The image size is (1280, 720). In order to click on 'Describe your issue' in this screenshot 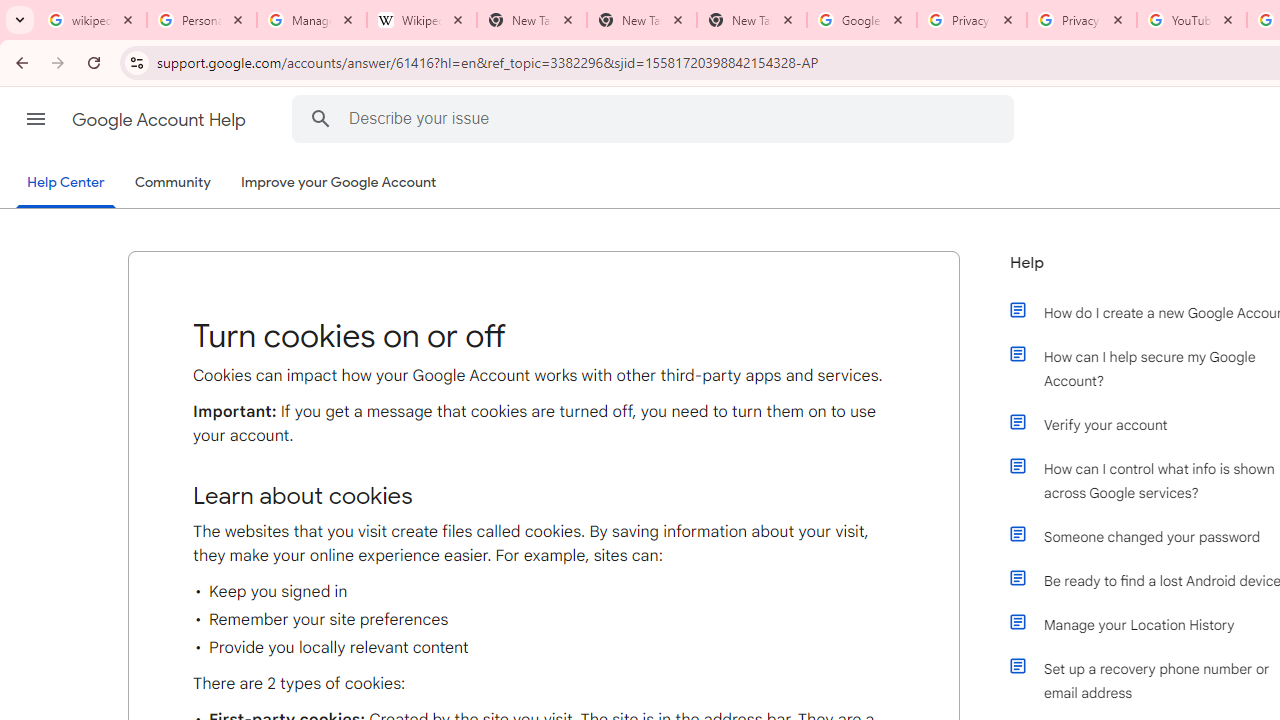, I will do `click(656, 118)`.